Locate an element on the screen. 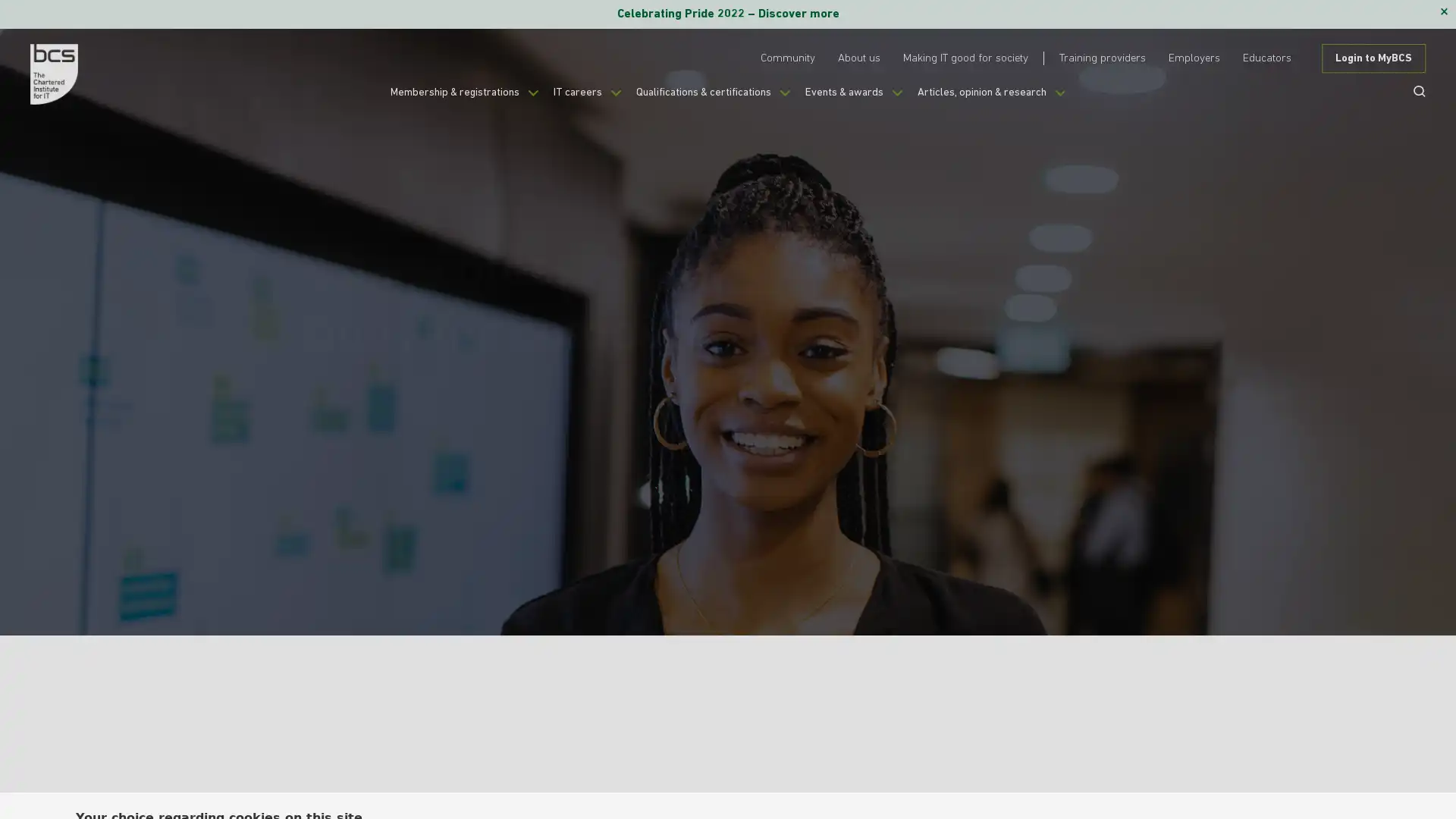  Qualifications & certifications is located at coordinates (711, 100).